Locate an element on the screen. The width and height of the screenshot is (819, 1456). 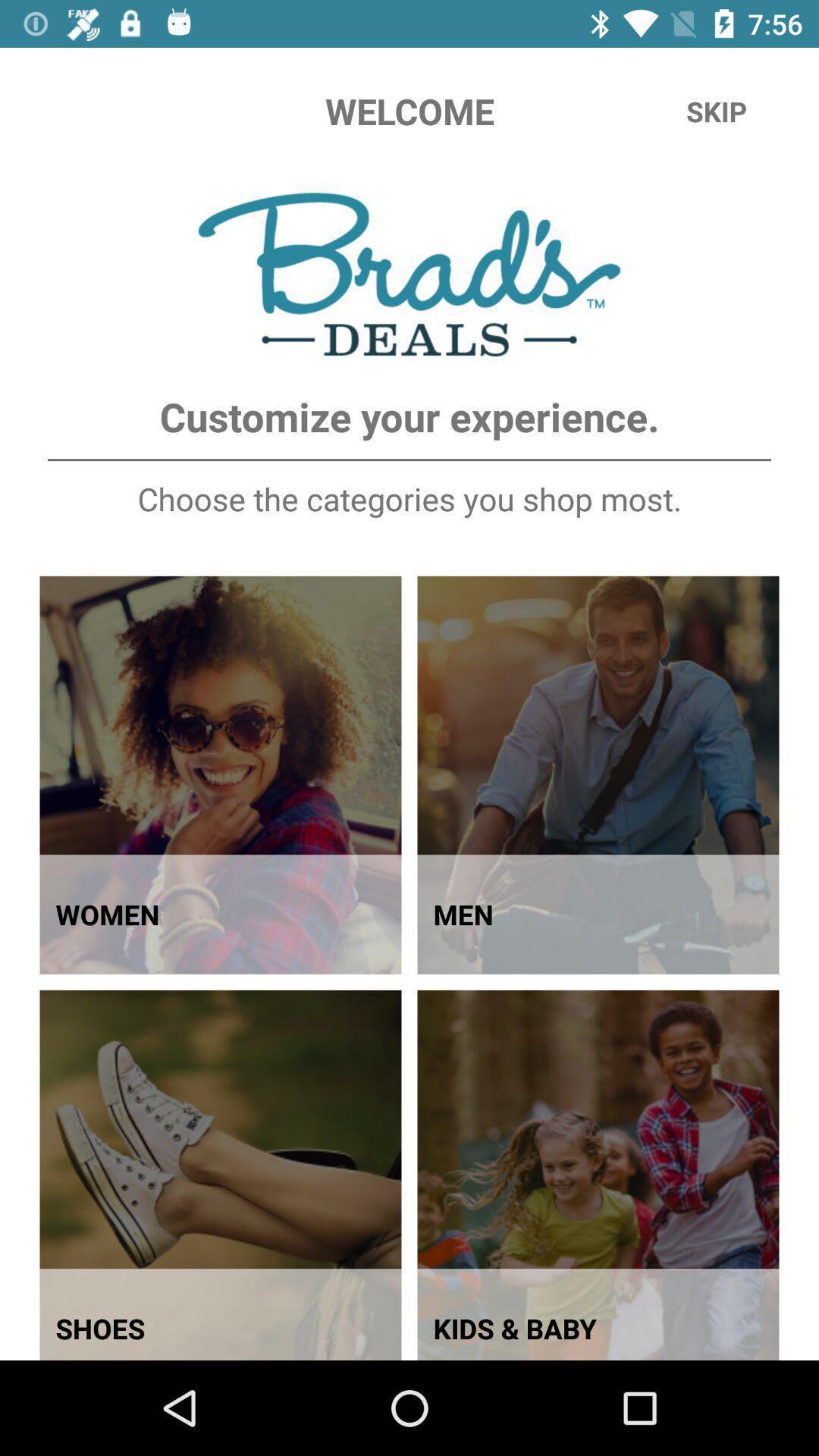
men image is located at coordinates (598, 775).